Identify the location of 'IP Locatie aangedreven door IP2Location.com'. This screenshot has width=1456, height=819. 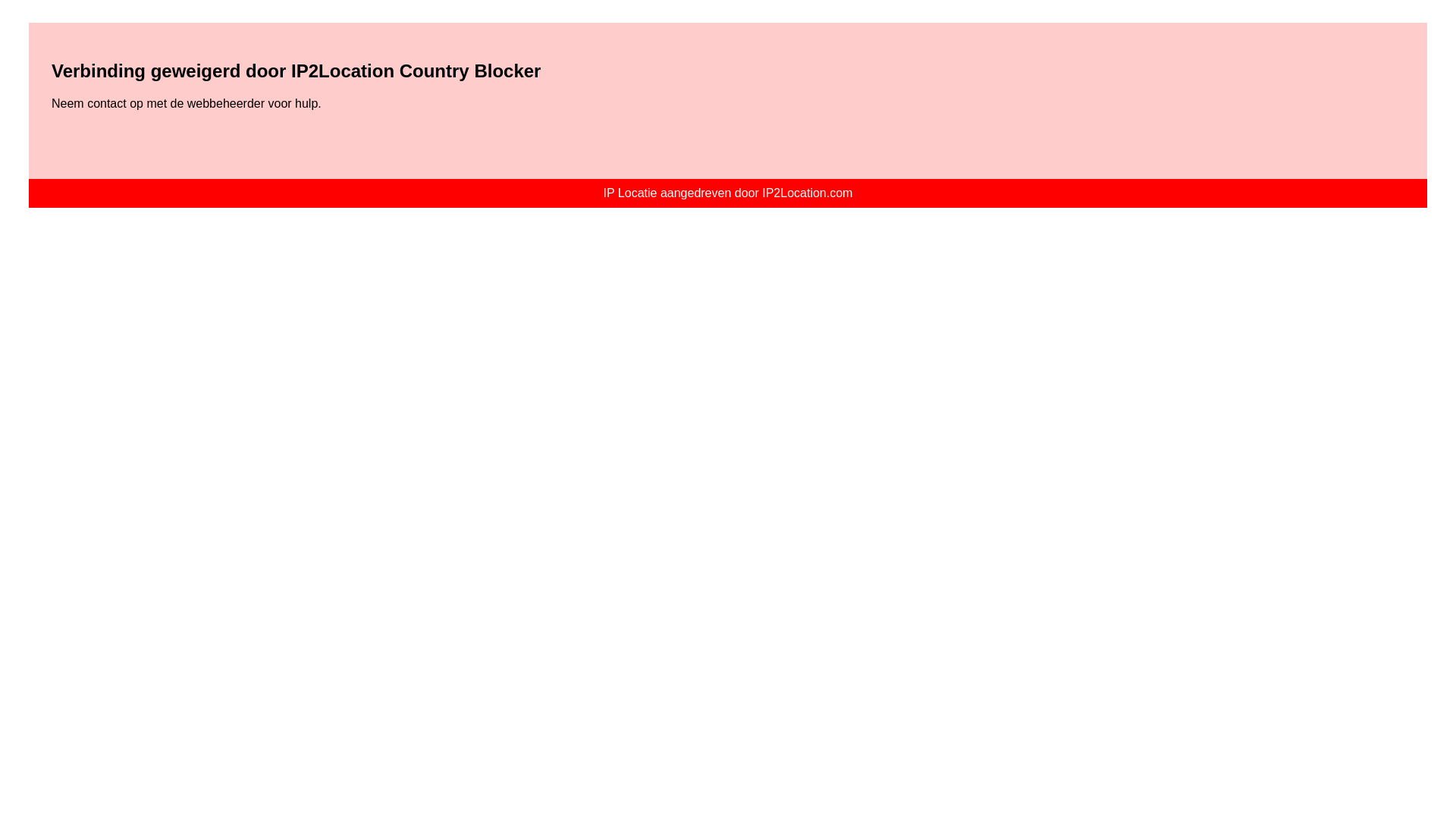
(728, 192).